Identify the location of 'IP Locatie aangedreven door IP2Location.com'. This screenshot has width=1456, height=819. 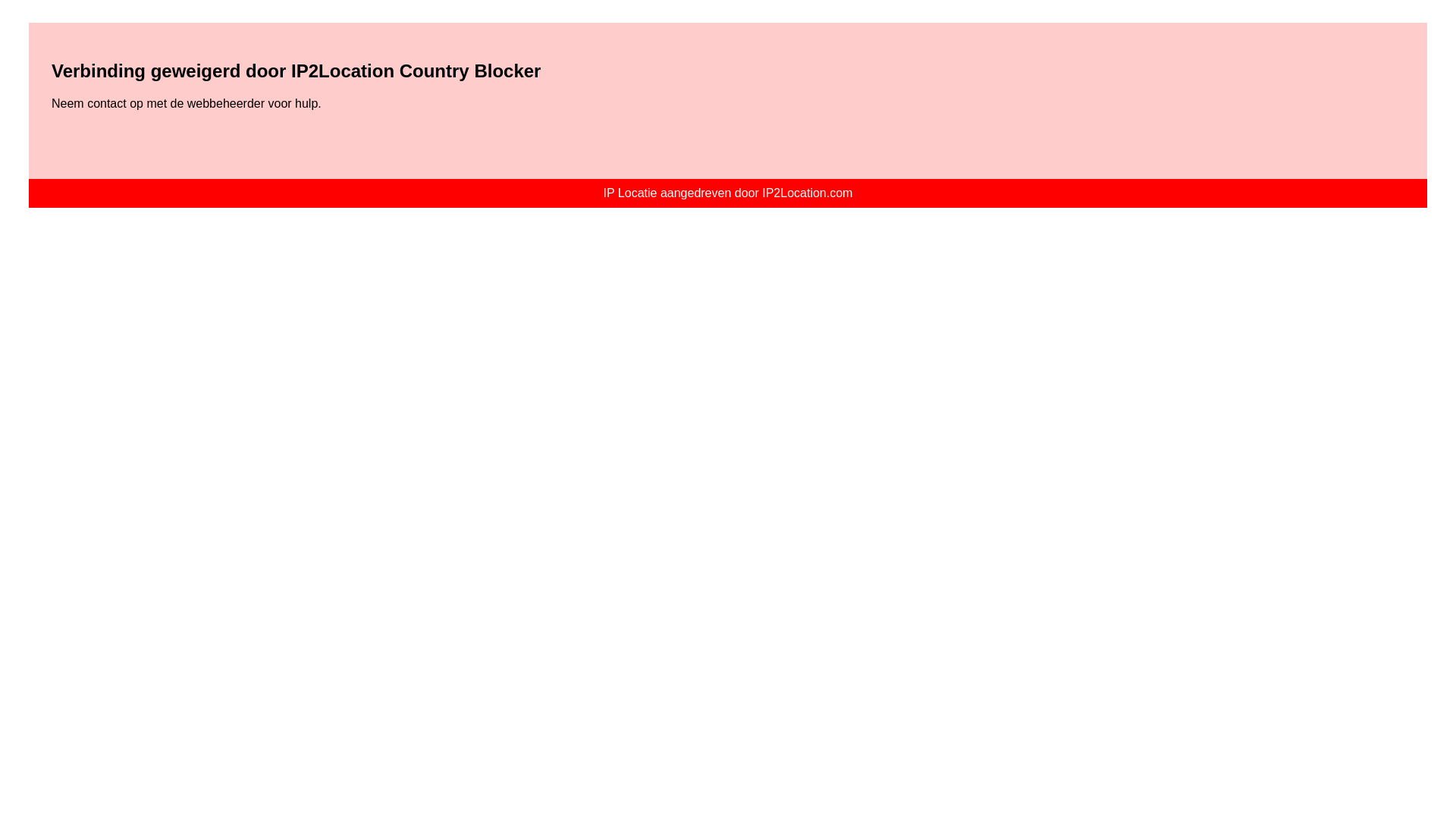
(728, 192).